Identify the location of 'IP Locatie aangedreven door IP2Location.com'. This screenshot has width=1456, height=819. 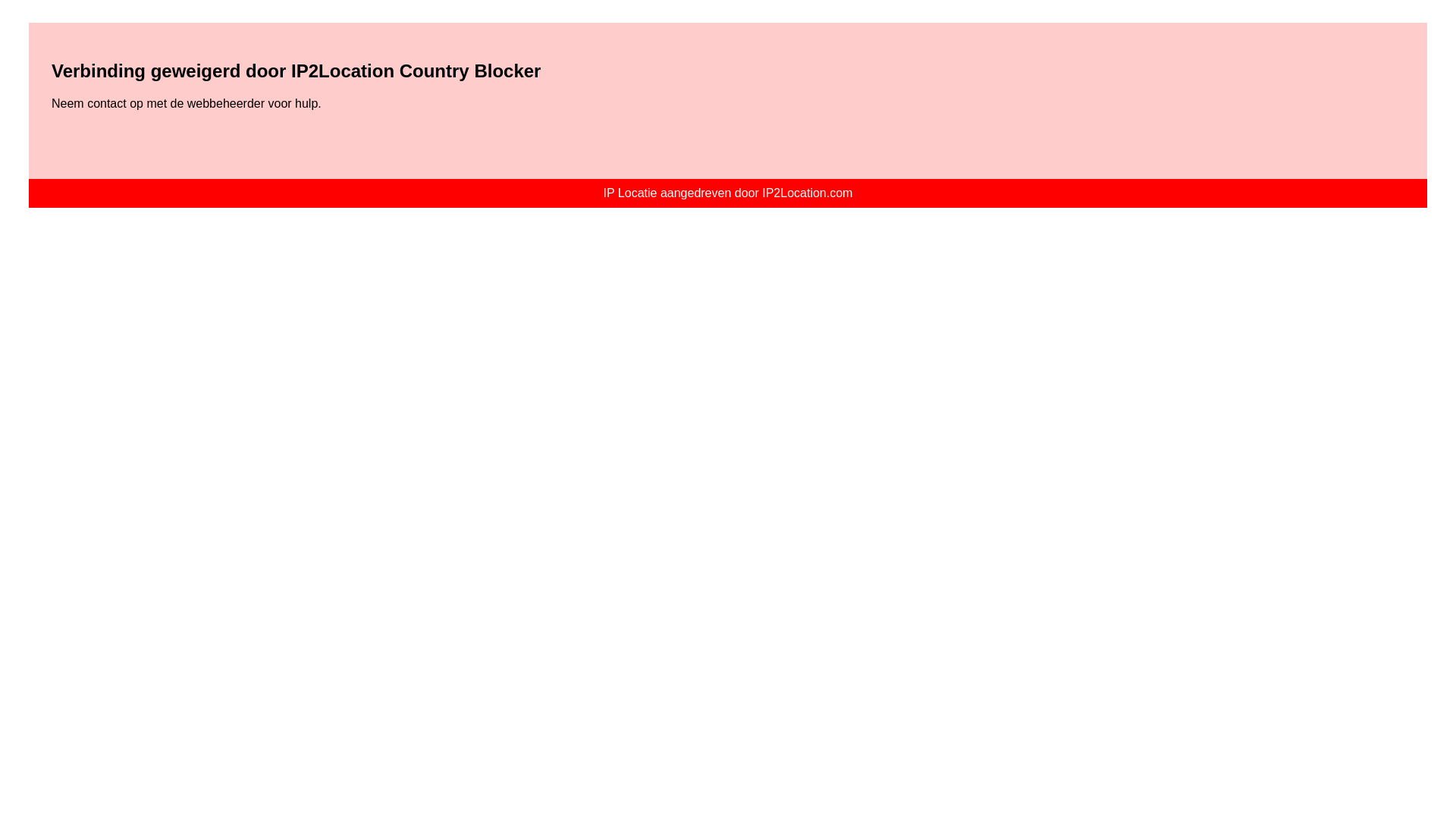
(728, 192).